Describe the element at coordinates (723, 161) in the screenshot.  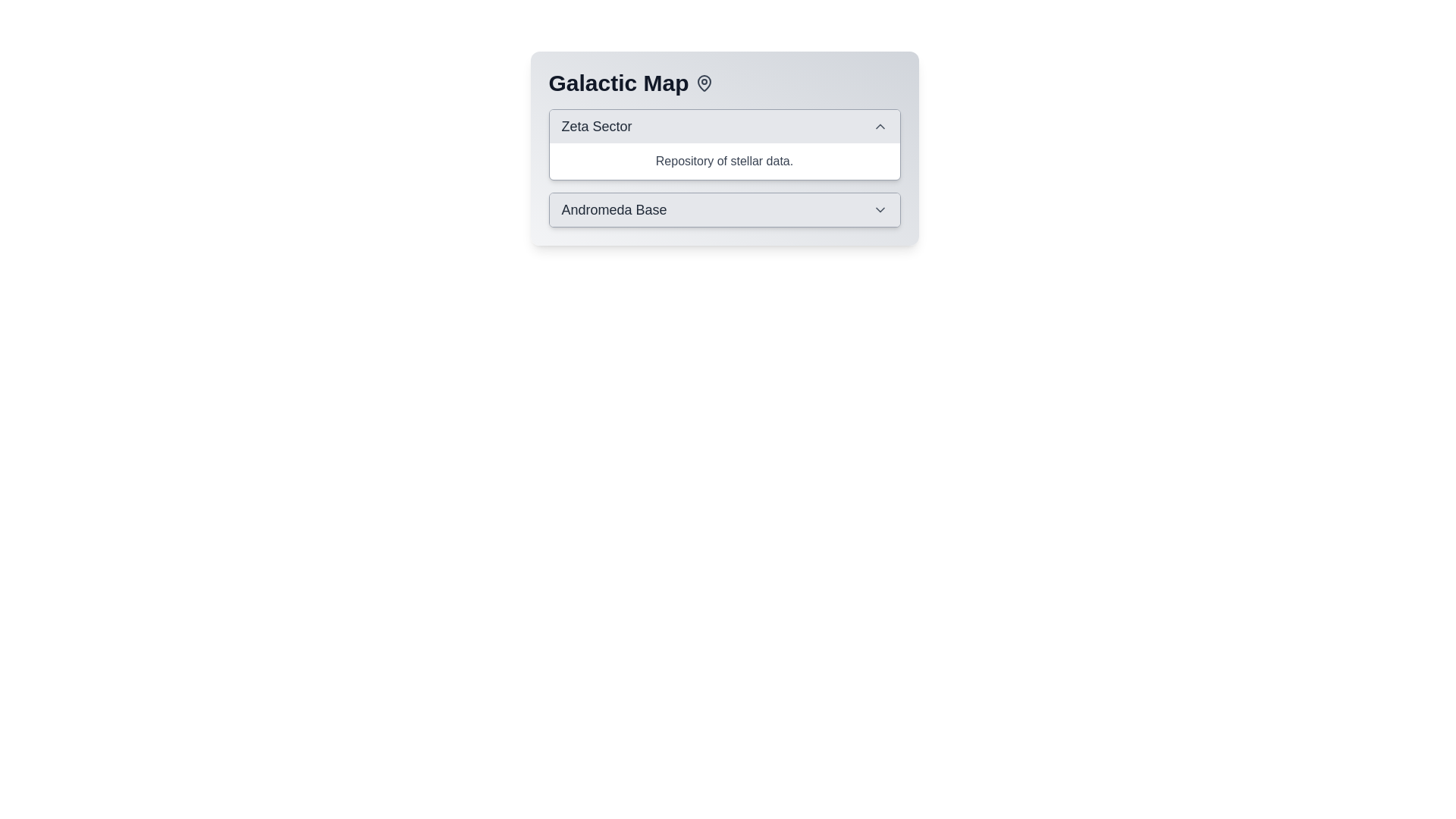
I see `the static text that reads 'Repository of stellar data.' located within the 'Zeta Sector' of the 'Galactic Map' interface` at that location.